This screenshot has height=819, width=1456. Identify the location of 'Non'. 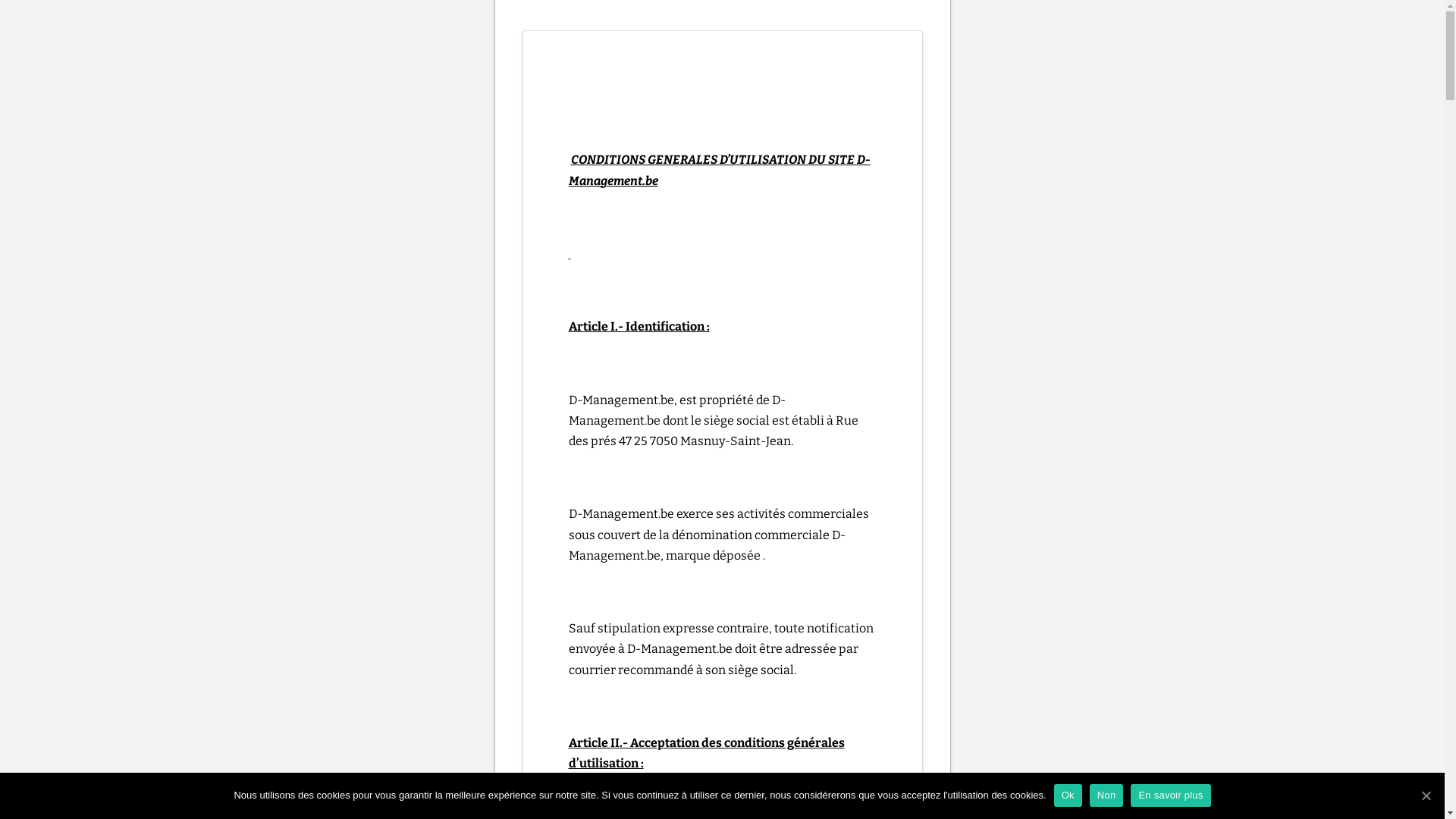
(1106, 795).